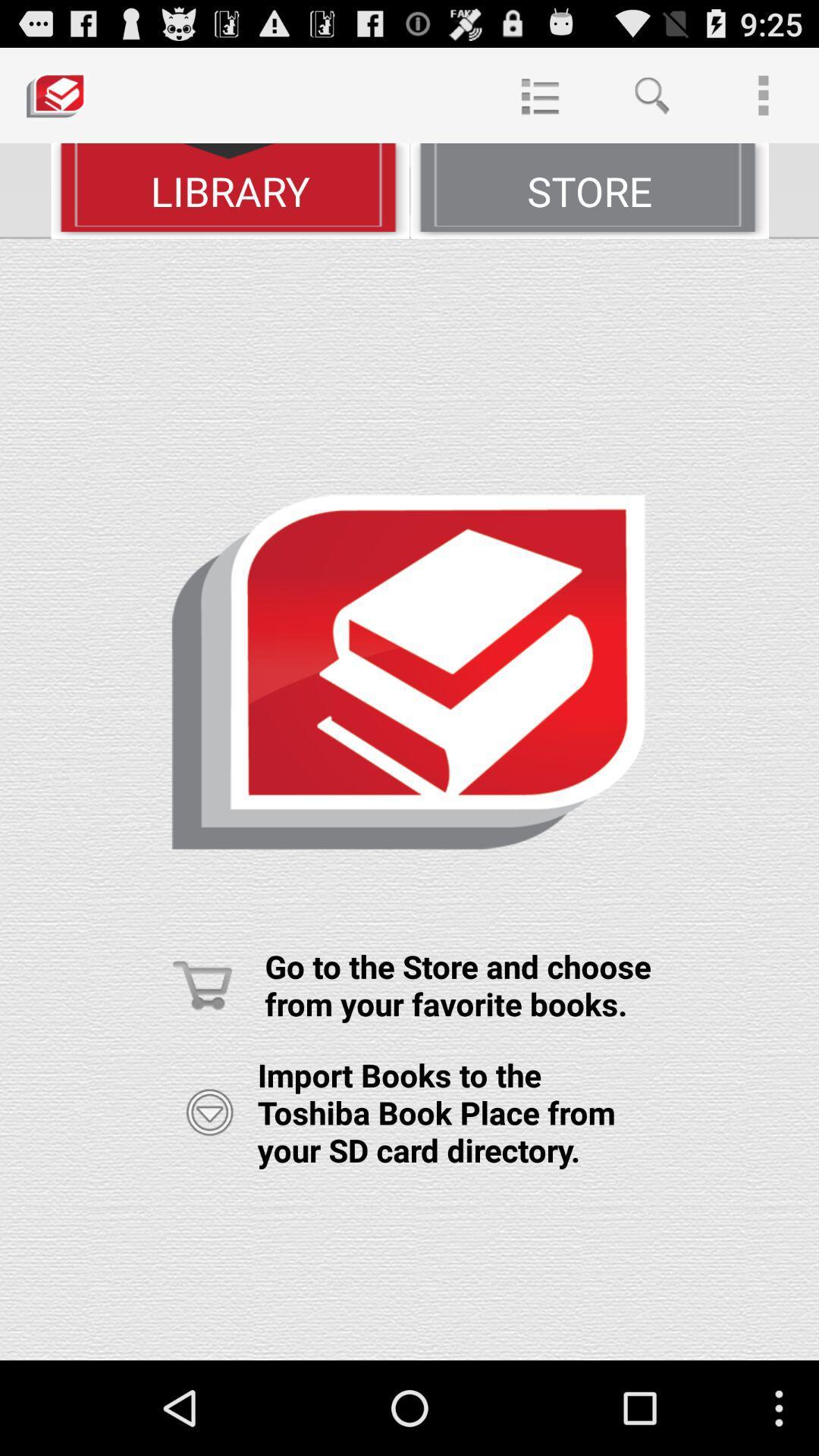  I want to click on open the import books, so click(209, 1112).